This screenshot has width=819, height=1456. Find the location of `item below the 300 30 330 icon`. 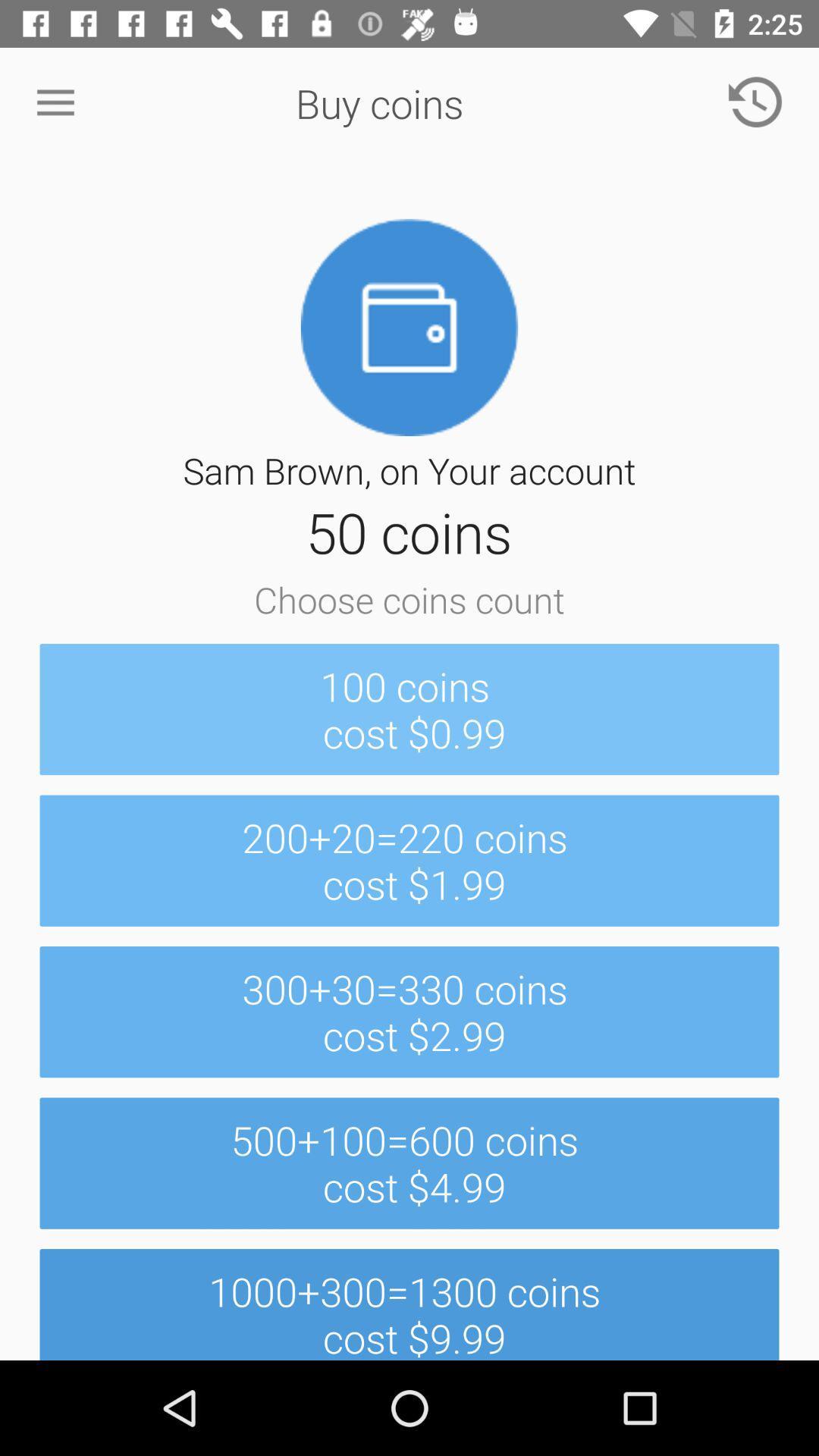

item below the 300 30 330 icon is located at coordinates (409, 1163).